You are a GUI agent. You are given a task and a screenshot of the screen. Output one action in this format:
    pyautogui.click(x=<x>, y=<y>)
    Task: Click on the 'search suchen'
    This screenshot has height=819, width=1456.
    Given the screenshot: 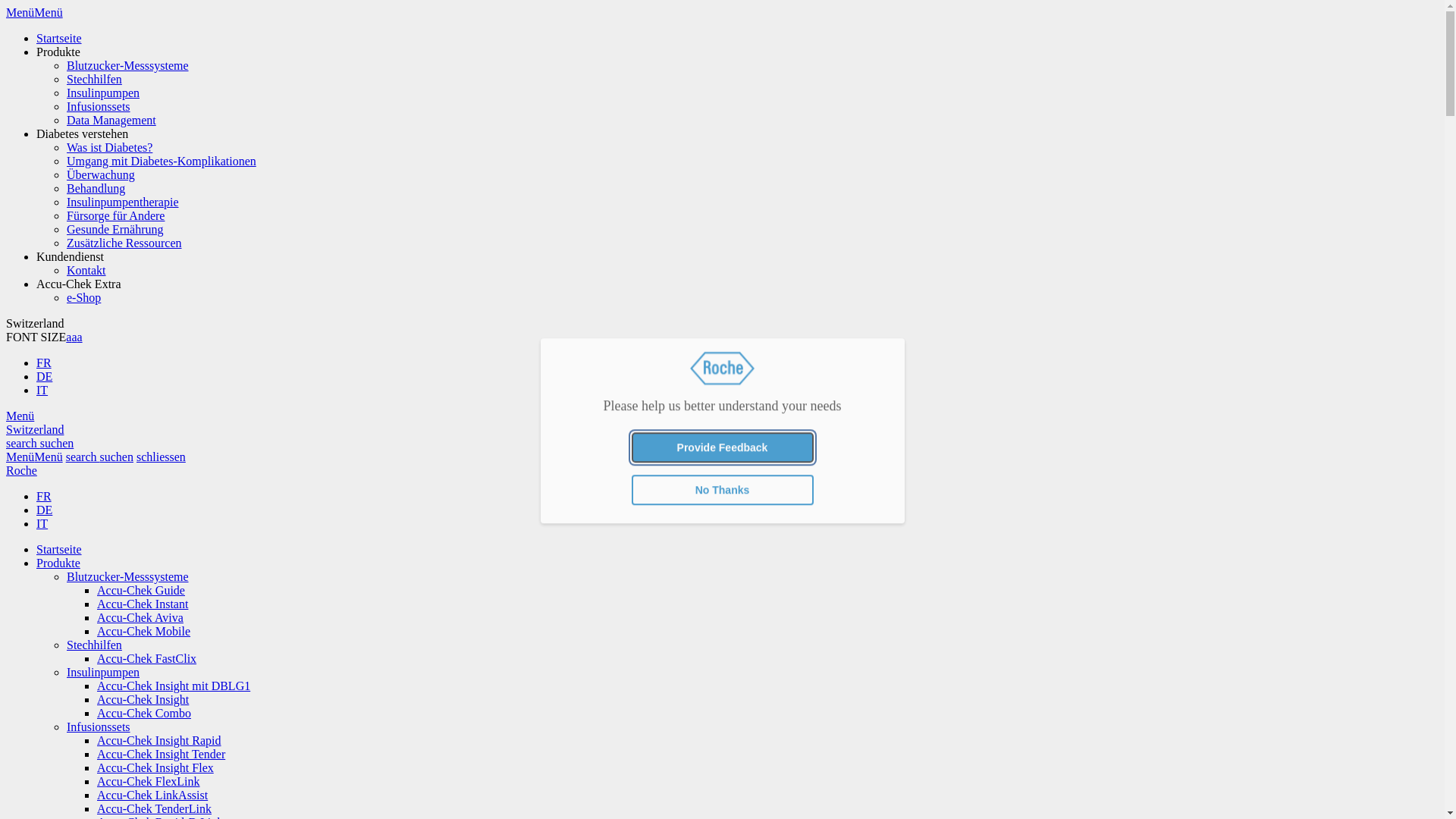 What is the action you would take?
    pyautogui.click(x=39, y=443)
    